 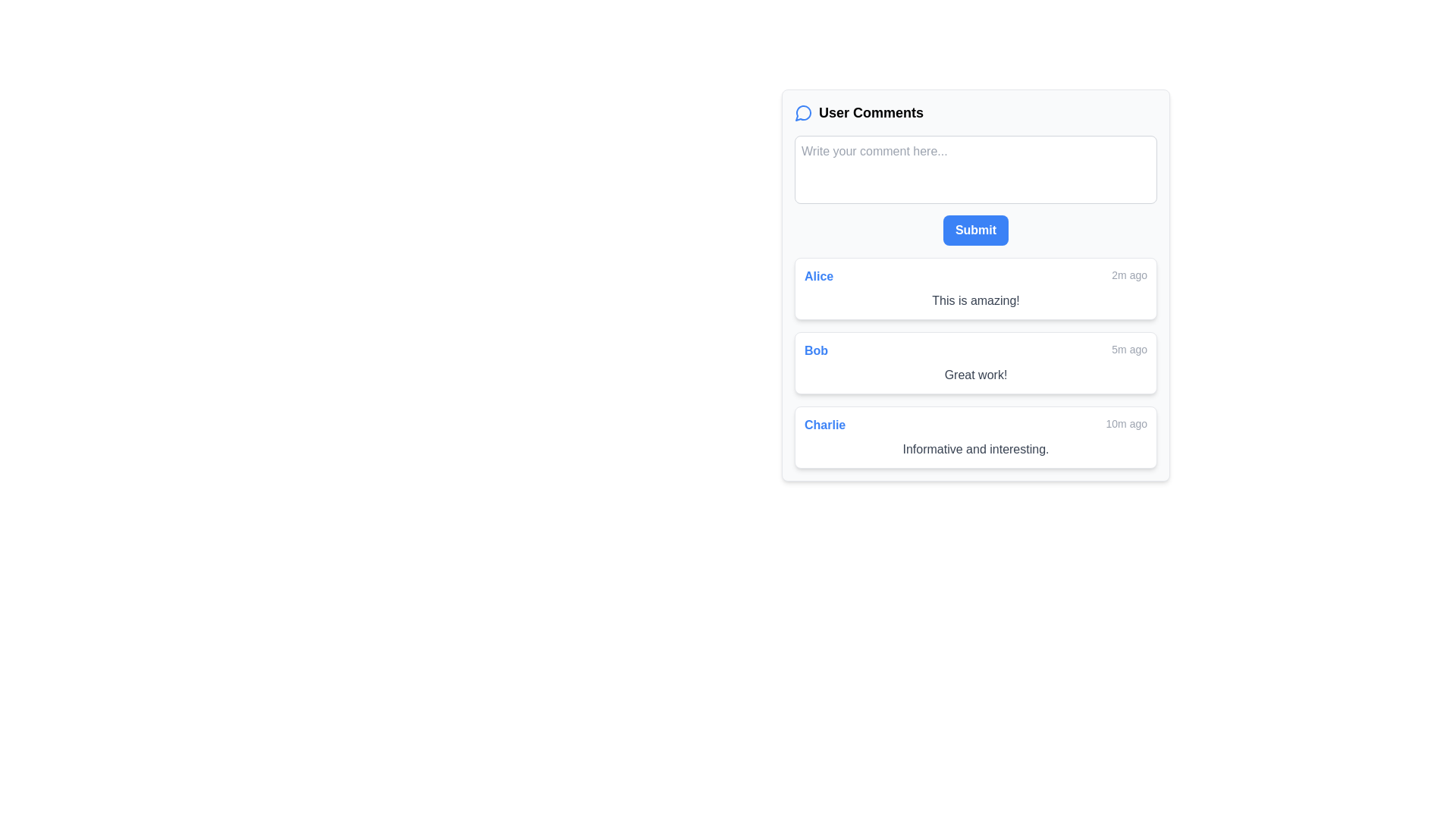 I want to click on the text label displaying '2m ago' which is located to the right of the name 'Alice' in the comment item, so click(x=1129, y=277).